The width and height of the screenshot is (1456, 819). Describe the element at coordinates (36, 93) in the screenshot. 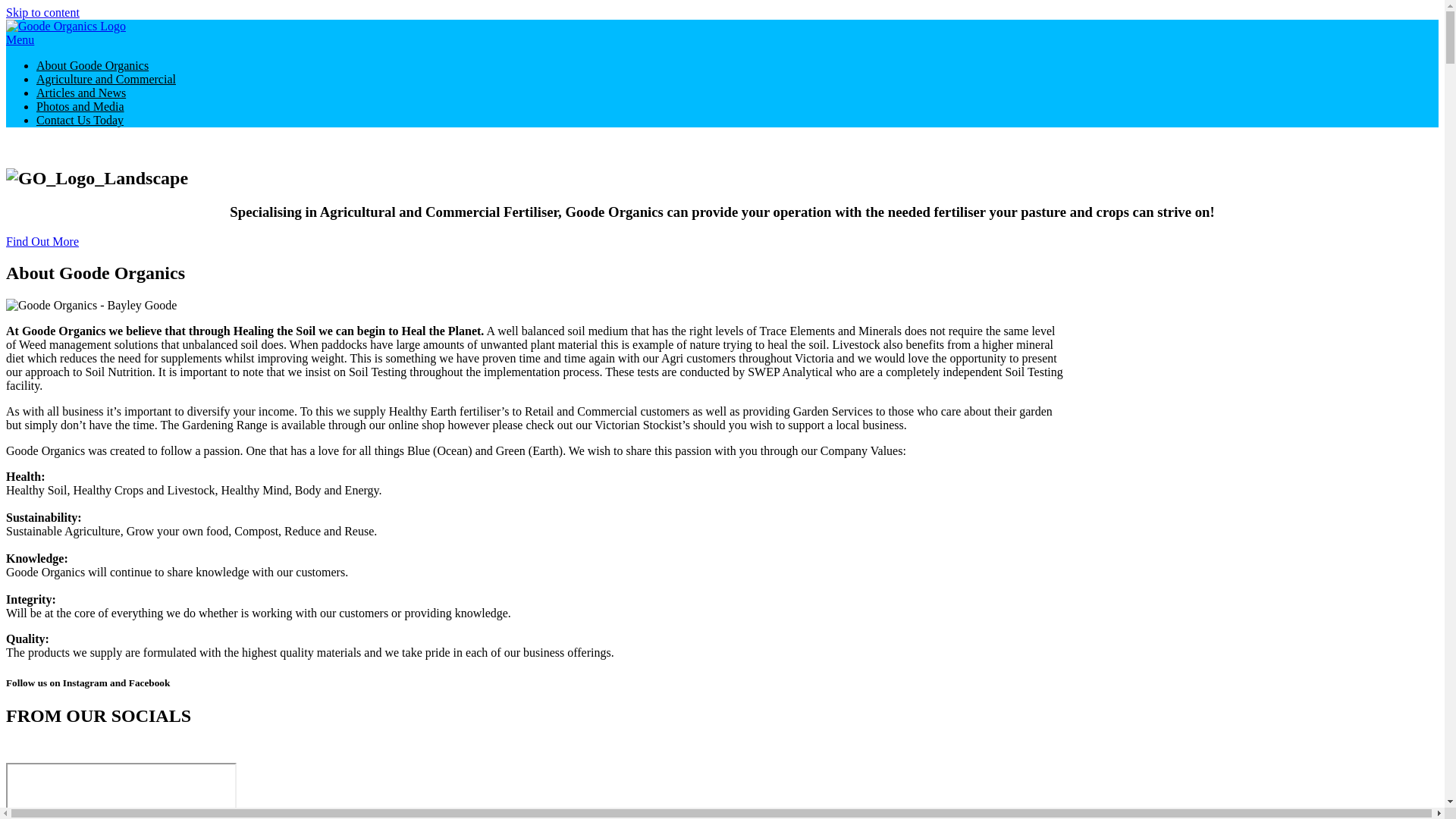

I see `'Articles and News'` at that location.